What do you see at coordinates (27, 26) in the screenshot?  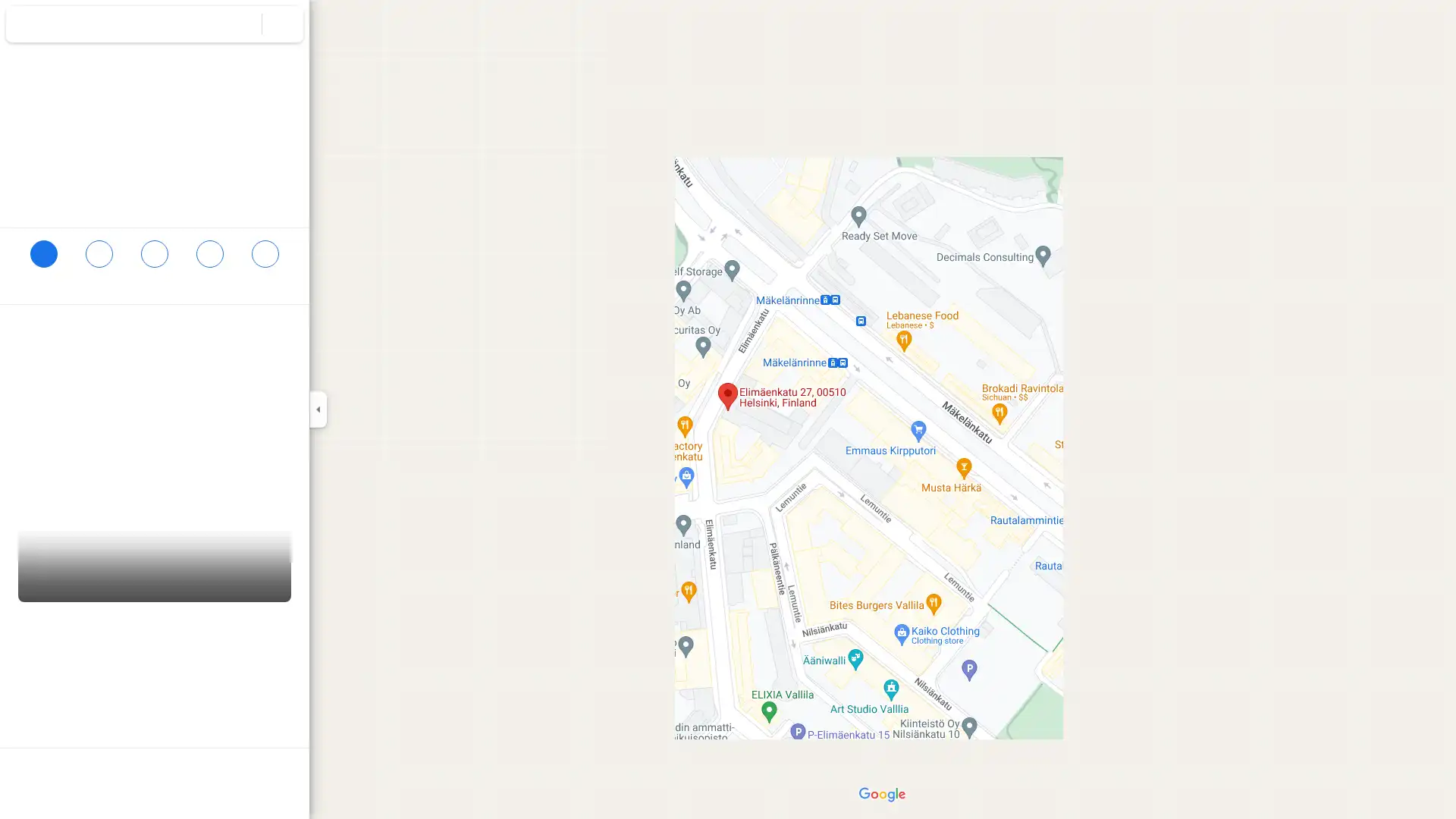 I see `Menu` at bounding box center [27, 26].